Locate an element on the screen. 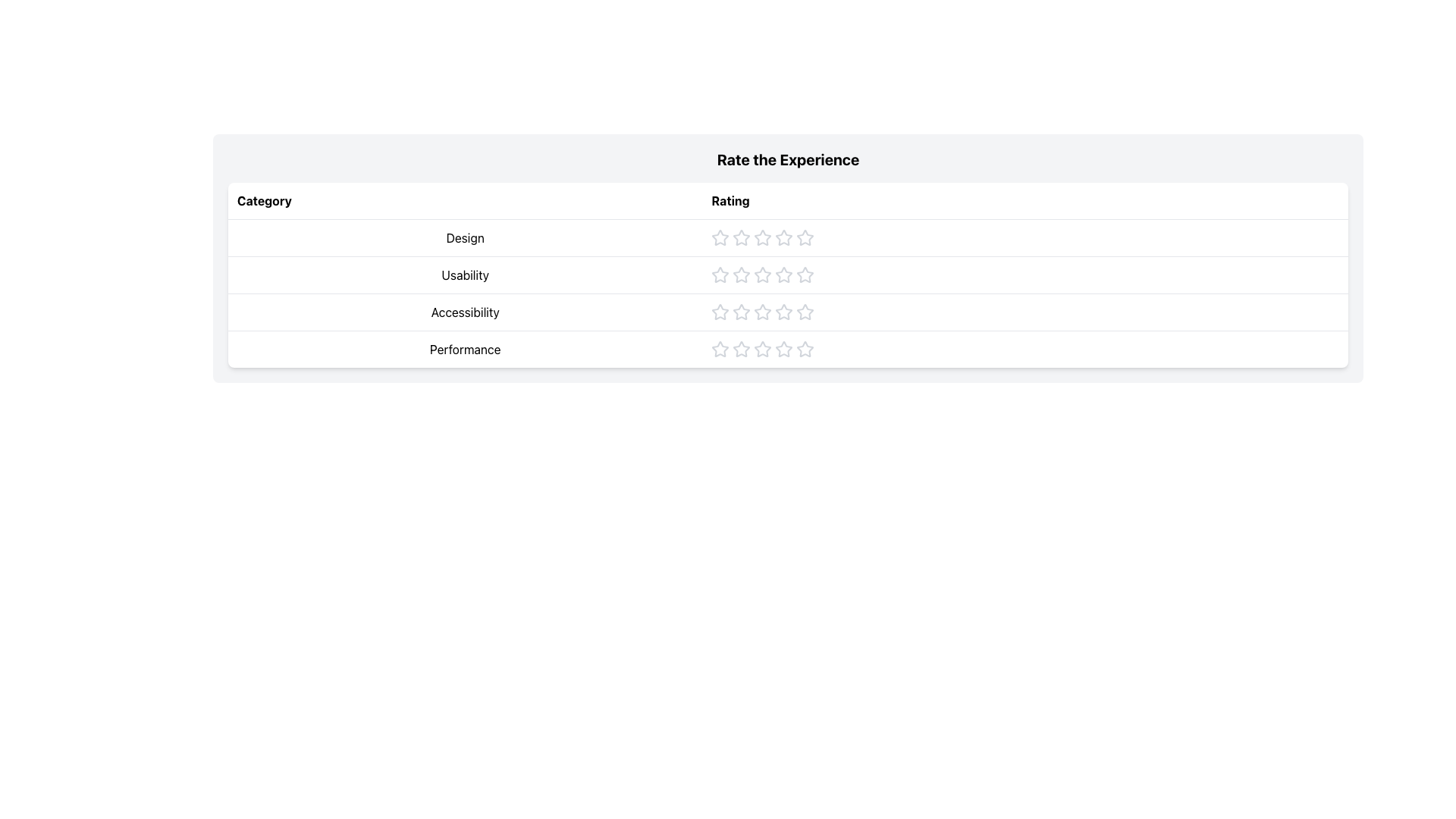 This screenshot has height=819, width=1456. the third star icon in the 5-star rating system to assign a rating for the 'Design' row is located at coordinates (783, 237).